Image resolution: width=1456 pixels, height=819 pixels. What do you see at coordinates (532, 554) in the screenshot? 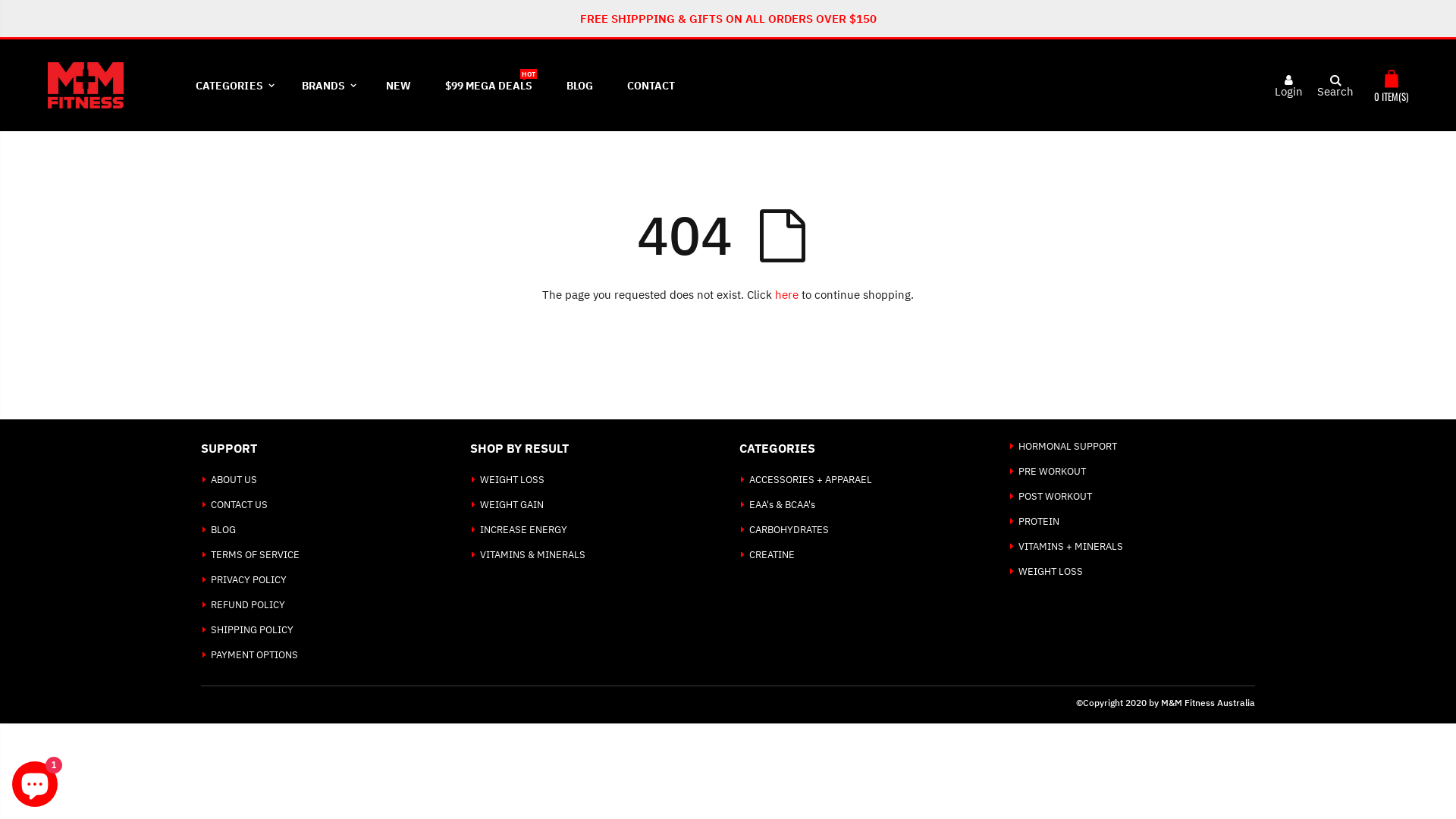
I see `'VITAMINS & MINERALS'` at bounding box center [532, 554].